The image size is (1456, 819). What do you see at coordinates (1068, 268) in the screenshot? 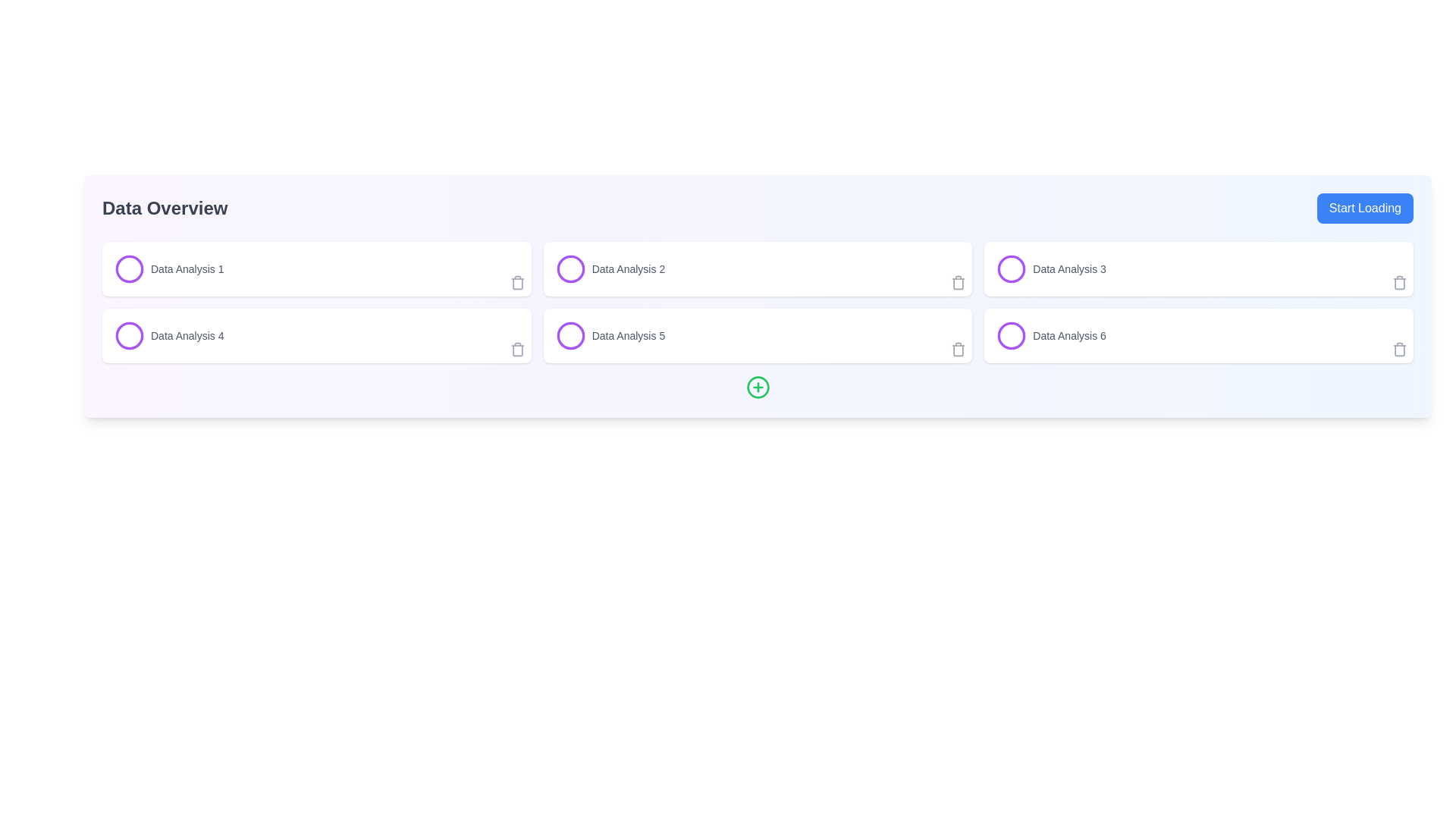
I see `the static text label element reading 'Data Analysis 3', which is positioned in the top-right quadrant and aligned with a purple circular icon on the left and a trash can icon on the right` at bounding box center [1068, 268].